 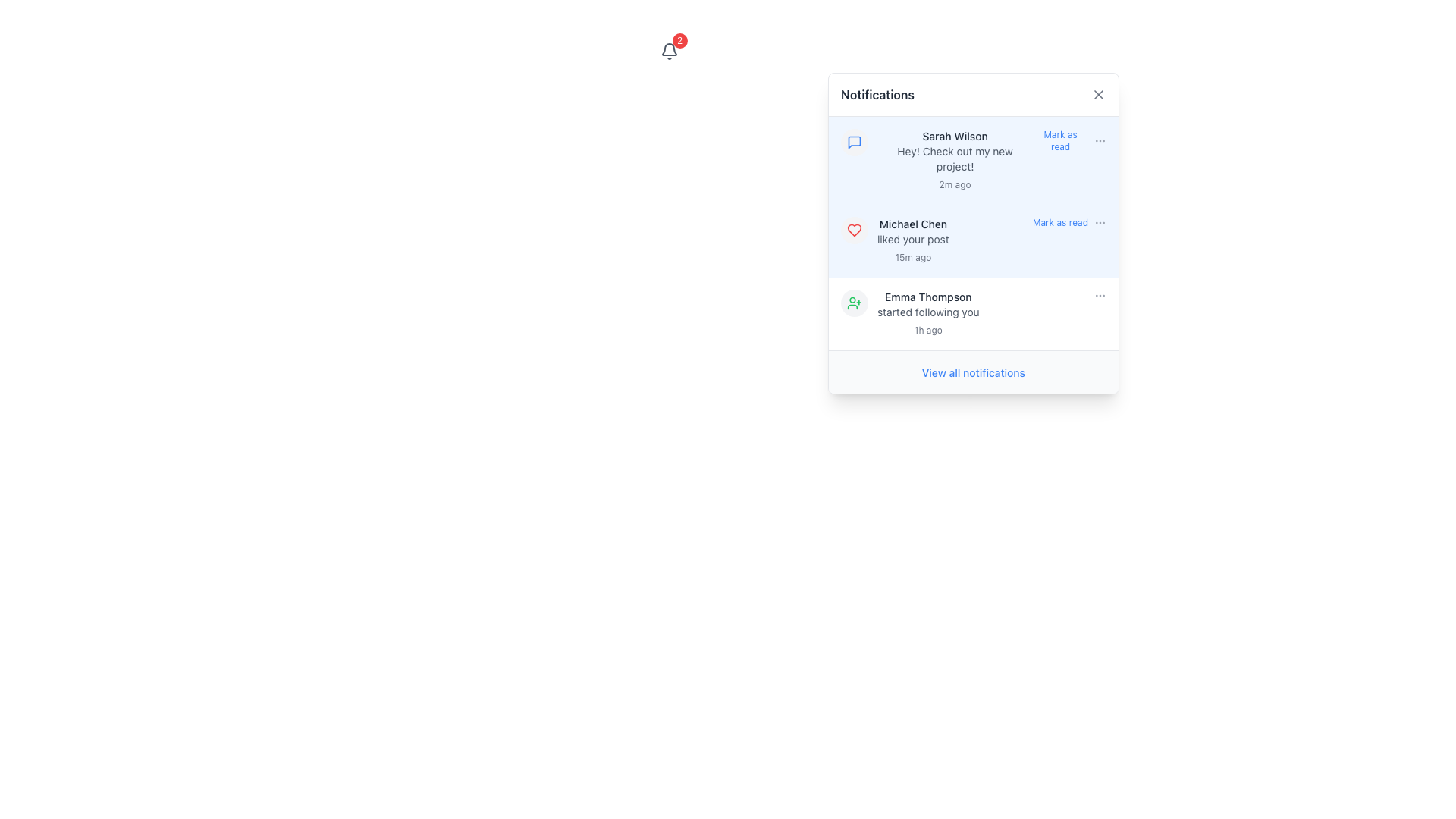 What do you see at coordinates (973, 373) in the screenshot?
I see `the blue text link labeled 'View all notifications' located at the bottom of the notifications popup` at bounding box center [973, 373].